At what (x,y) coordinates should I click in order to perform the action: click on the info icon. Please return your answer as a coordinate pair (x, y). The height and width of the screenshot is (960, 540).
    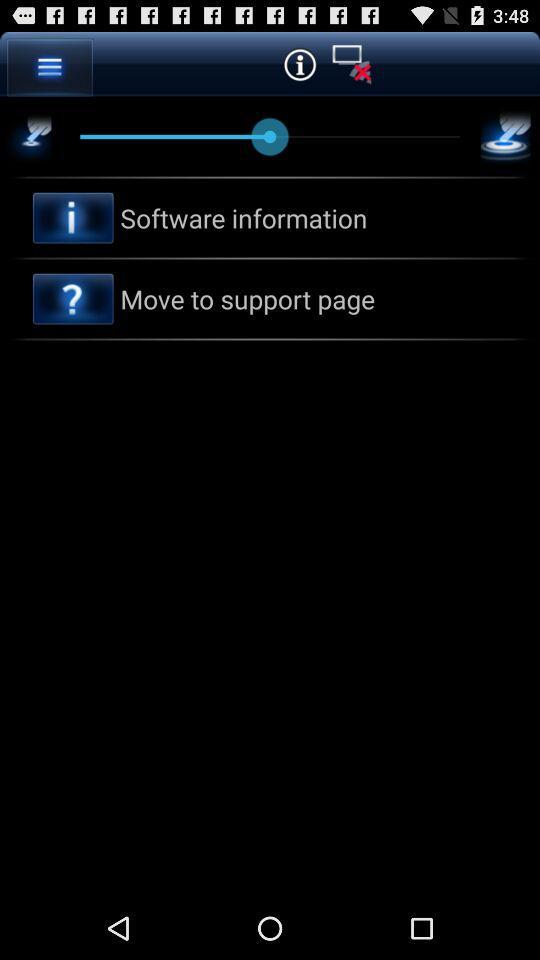
    Looking at the image, I should click on (298, 68).